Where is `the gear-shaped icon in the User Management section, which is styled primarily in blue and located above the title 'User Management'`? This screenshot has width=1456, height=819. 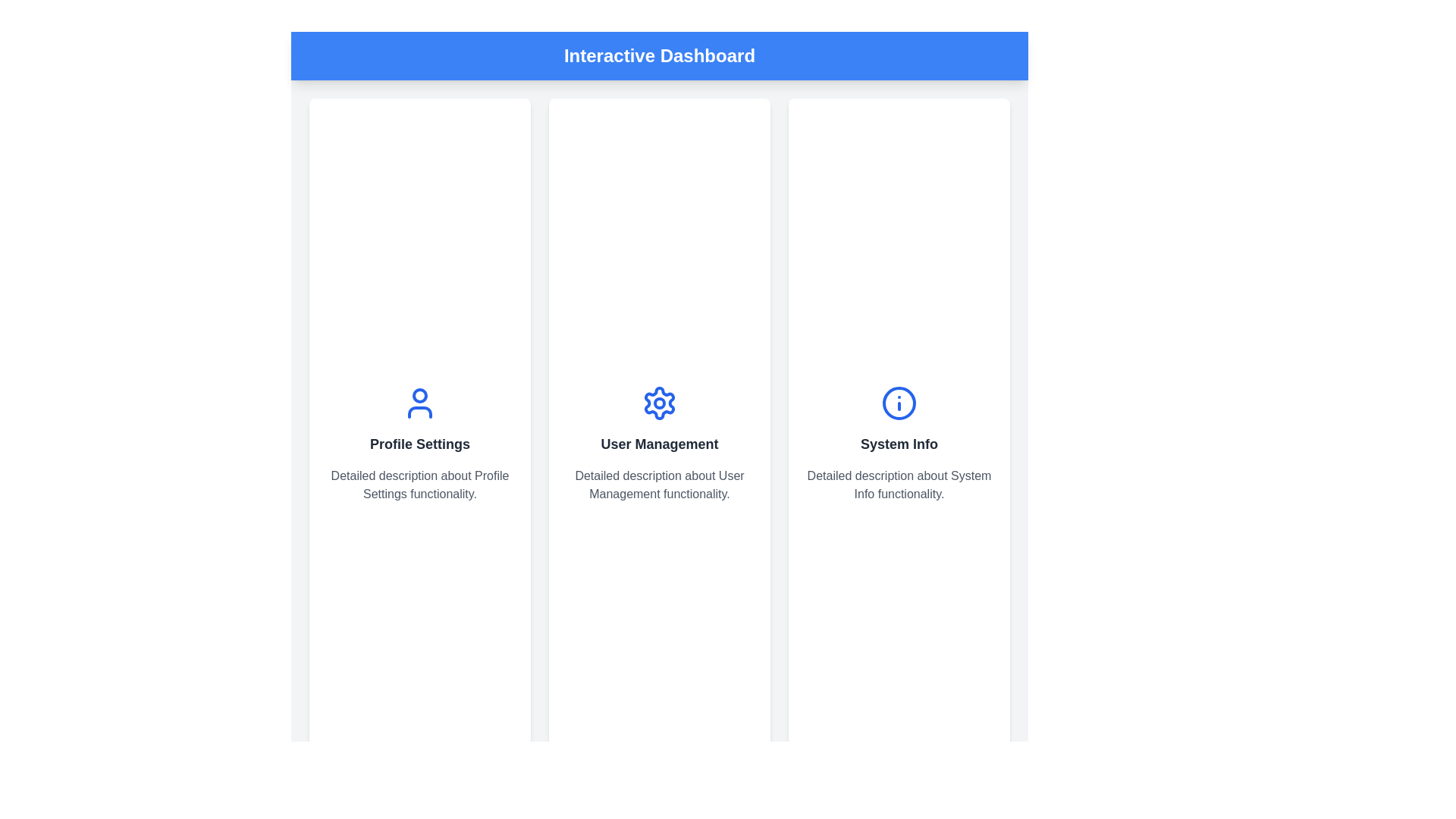 the gear-shaped icon in the User Management section, which is styled primarily in blue and located above the title 'User Management' is located at coordinates (659, 403).